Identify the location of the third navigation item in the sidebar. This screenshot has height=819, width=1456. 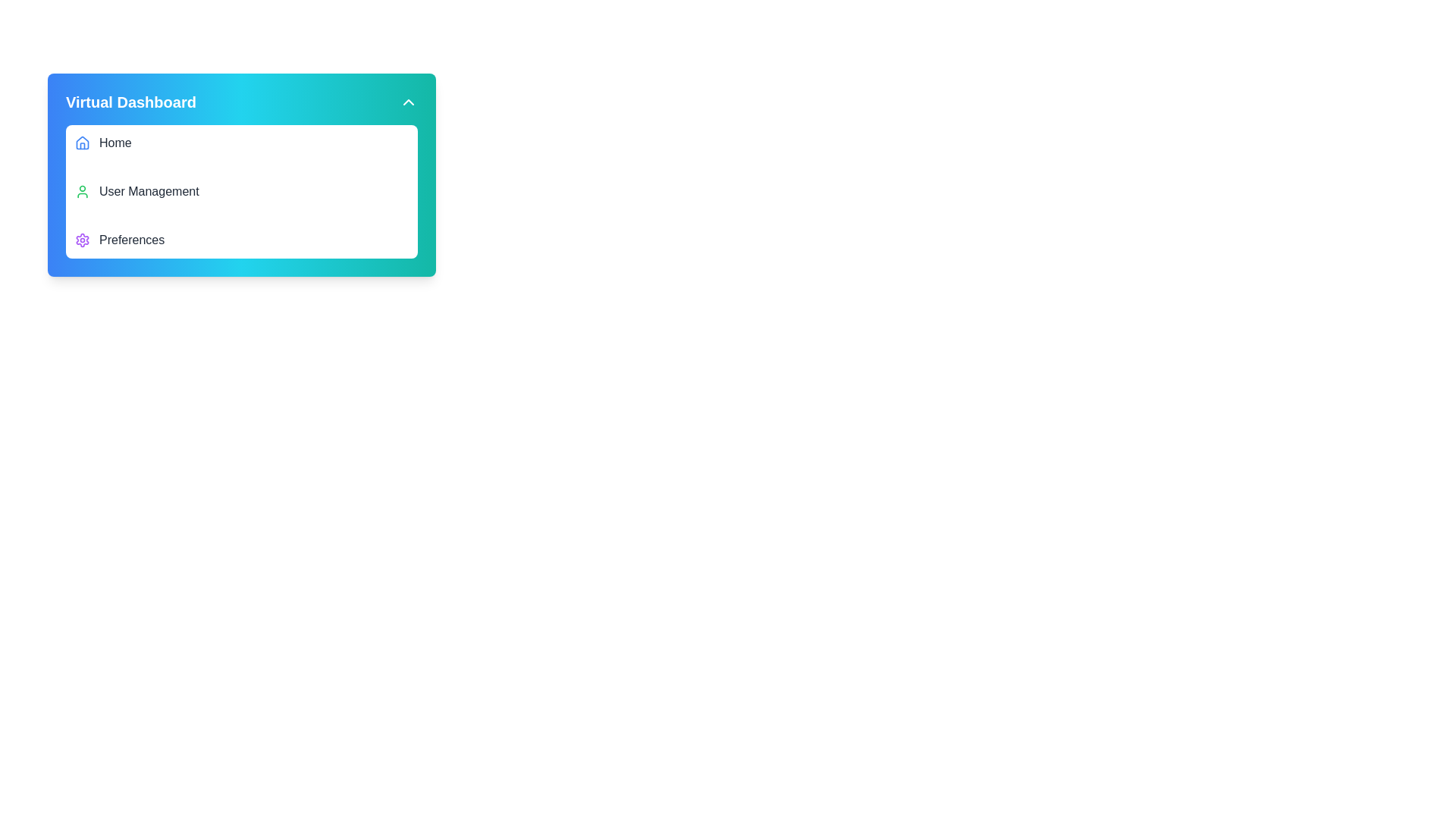
(240, 239).